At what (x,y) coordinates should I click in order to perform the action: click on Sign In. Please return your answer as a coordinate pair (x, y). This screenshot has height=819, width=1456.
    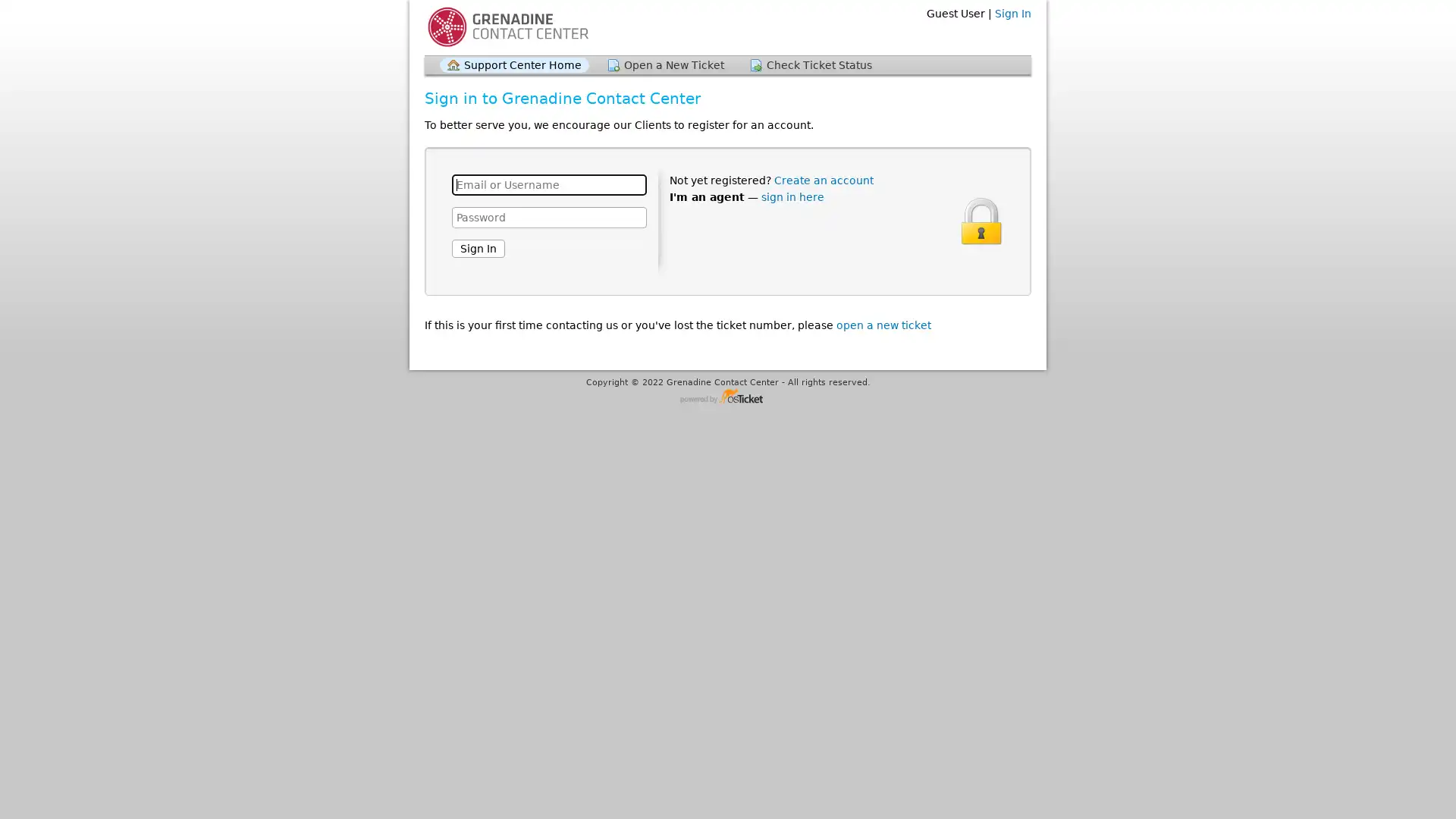
    Looking at the image, I should click on (477, 247).